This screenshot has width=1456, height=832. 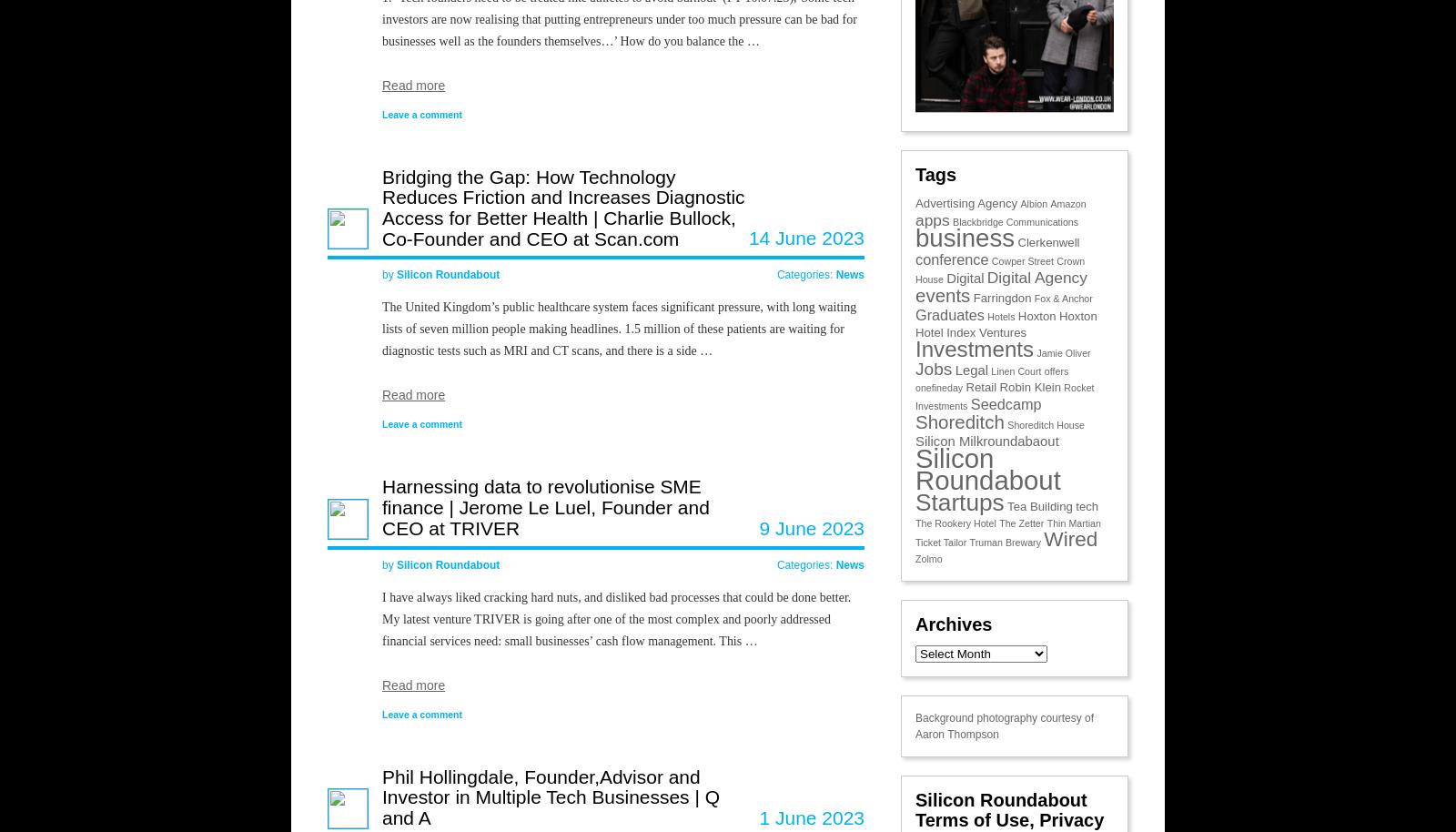 I want to click on 'Blackbridge Communications', so click(x=1016, y=220).